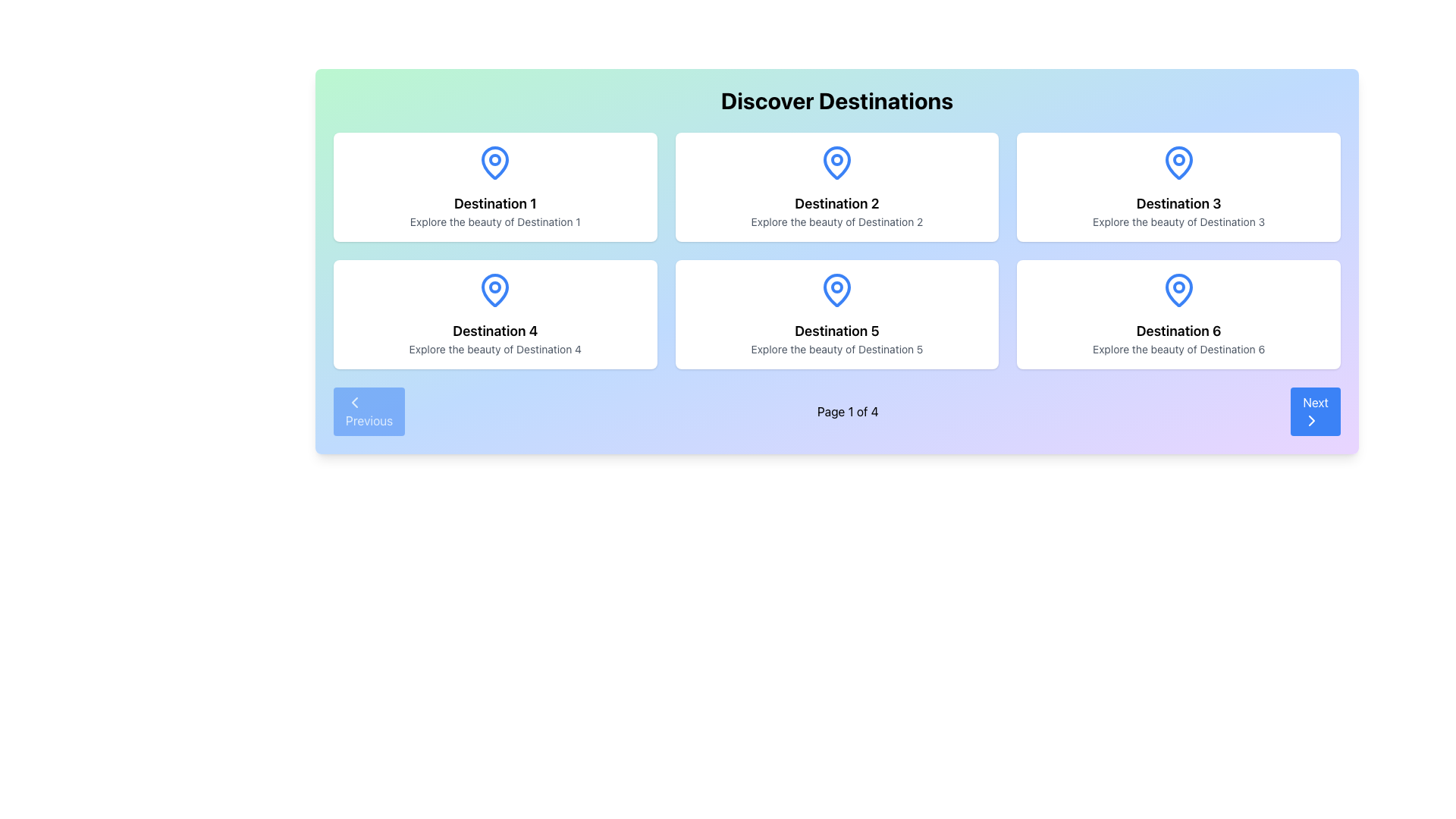 This screenshot has height=819, width=1456. What do you see at coordinates (1311, 421) in the screenshot?
I see `the right-pointing chevron-shaped icon within the 'Next' button located at the bottom-right corner of the interface` at bounding box center [1311, 421].